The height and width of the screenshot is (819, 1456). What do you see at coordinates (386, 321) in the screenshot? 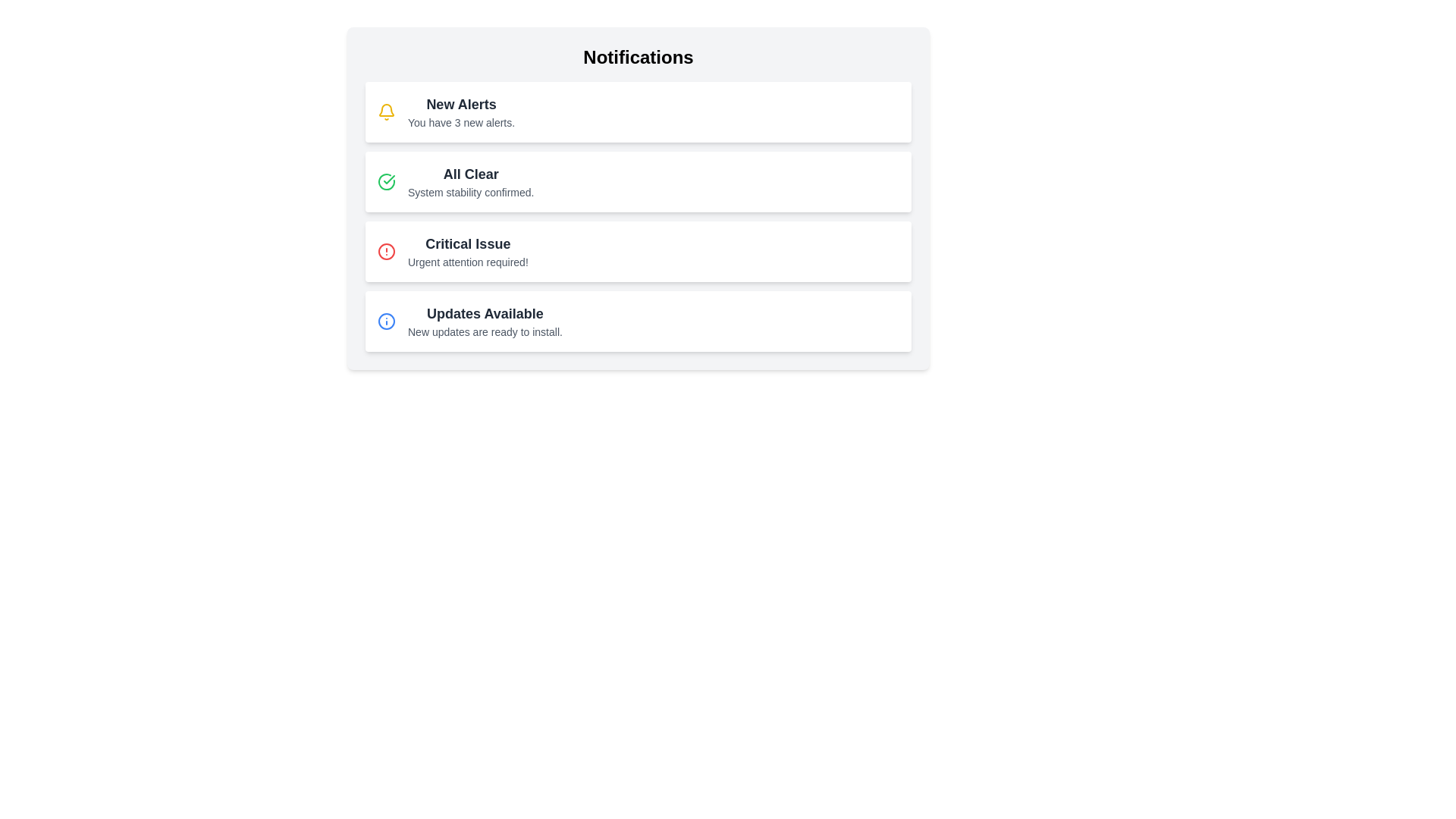
I see `the circular SVG element located within the 'Updates Available' notification card, positioned to the left of the text` at bounding box center [386, 321].